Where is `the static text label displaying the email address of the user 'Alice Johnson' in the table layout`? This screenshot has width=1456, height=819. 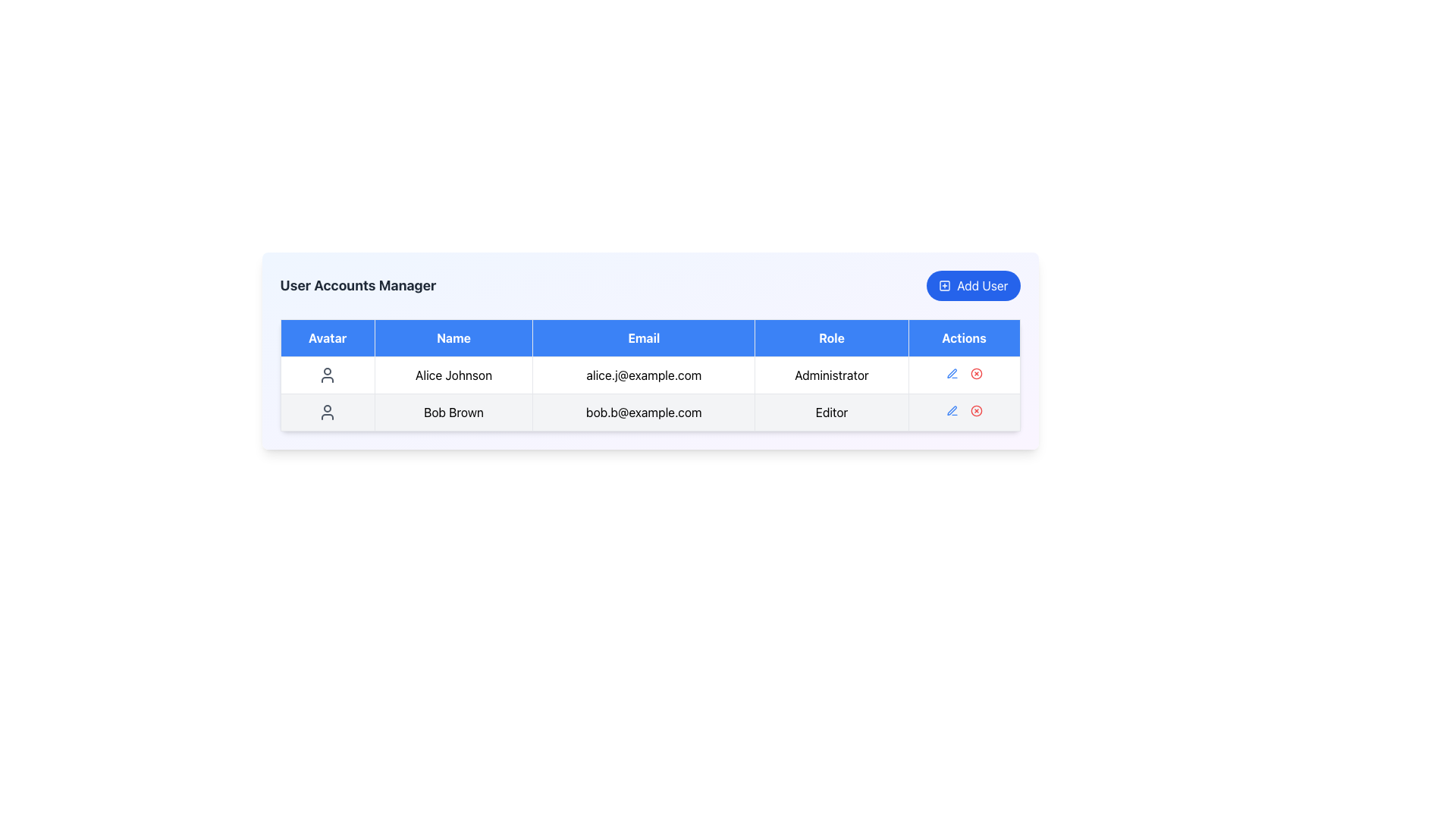 the static text label displaying the email address of the user 'Alice Johnson' in the table layout is located at coordinates (644, 375).